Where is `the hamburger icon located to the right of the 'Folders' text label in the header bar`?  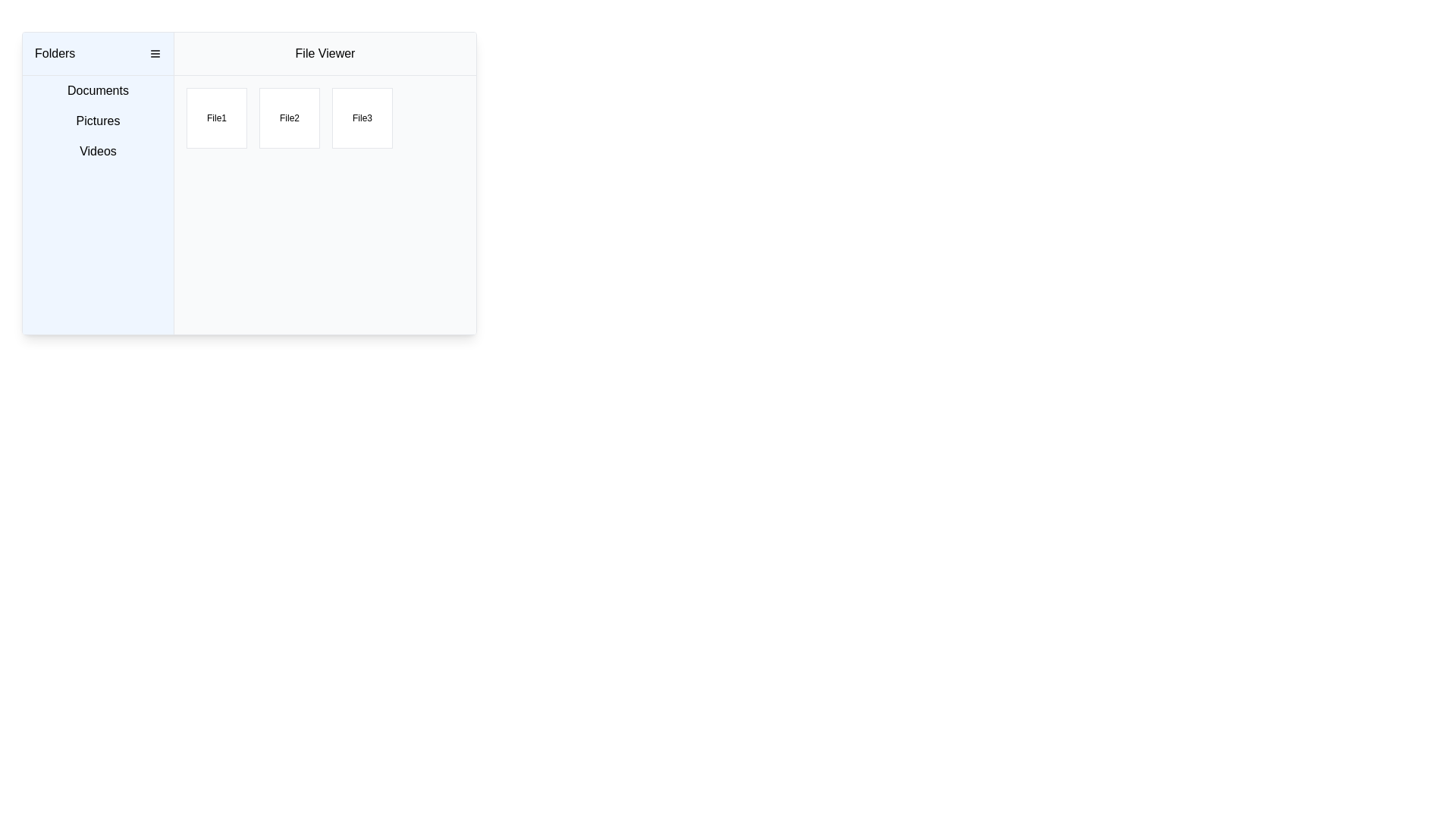 the hamburger icon located to the right of the 'Folders' text label in the header bar is located at coordinates (155, 52).